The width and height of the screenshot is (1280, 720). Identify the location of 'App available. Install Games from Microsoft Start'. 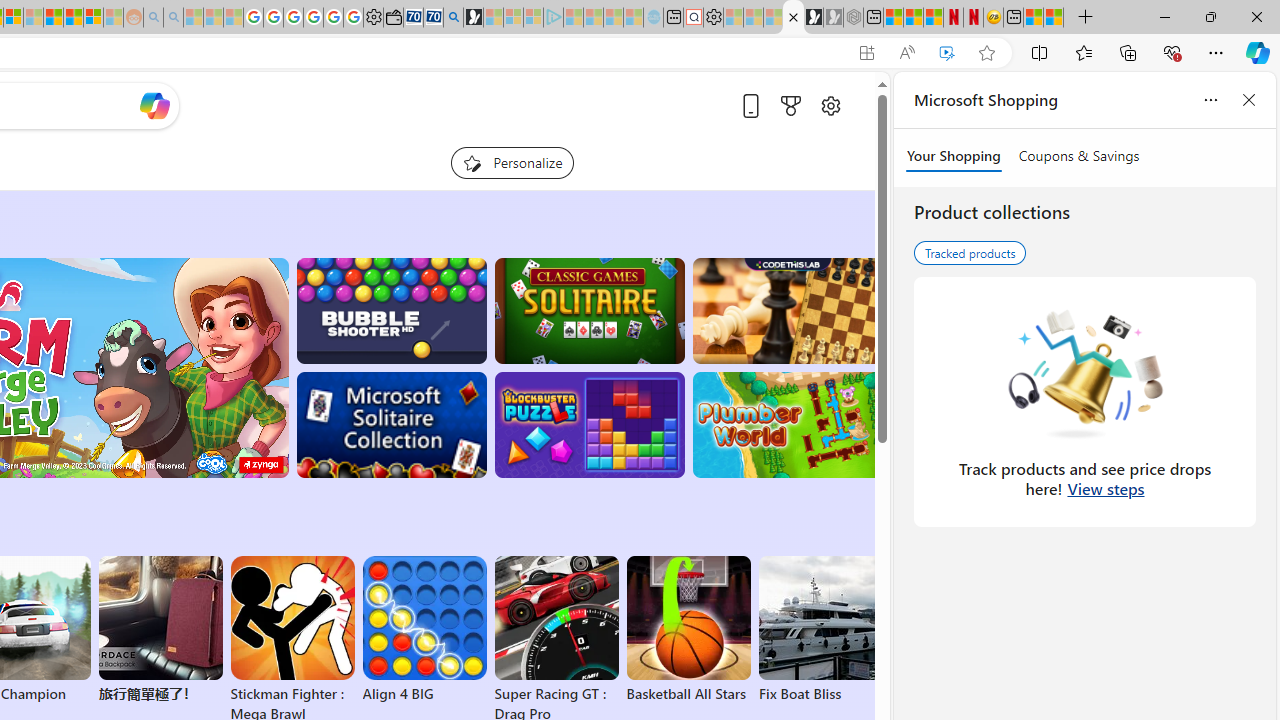
(867, 52).